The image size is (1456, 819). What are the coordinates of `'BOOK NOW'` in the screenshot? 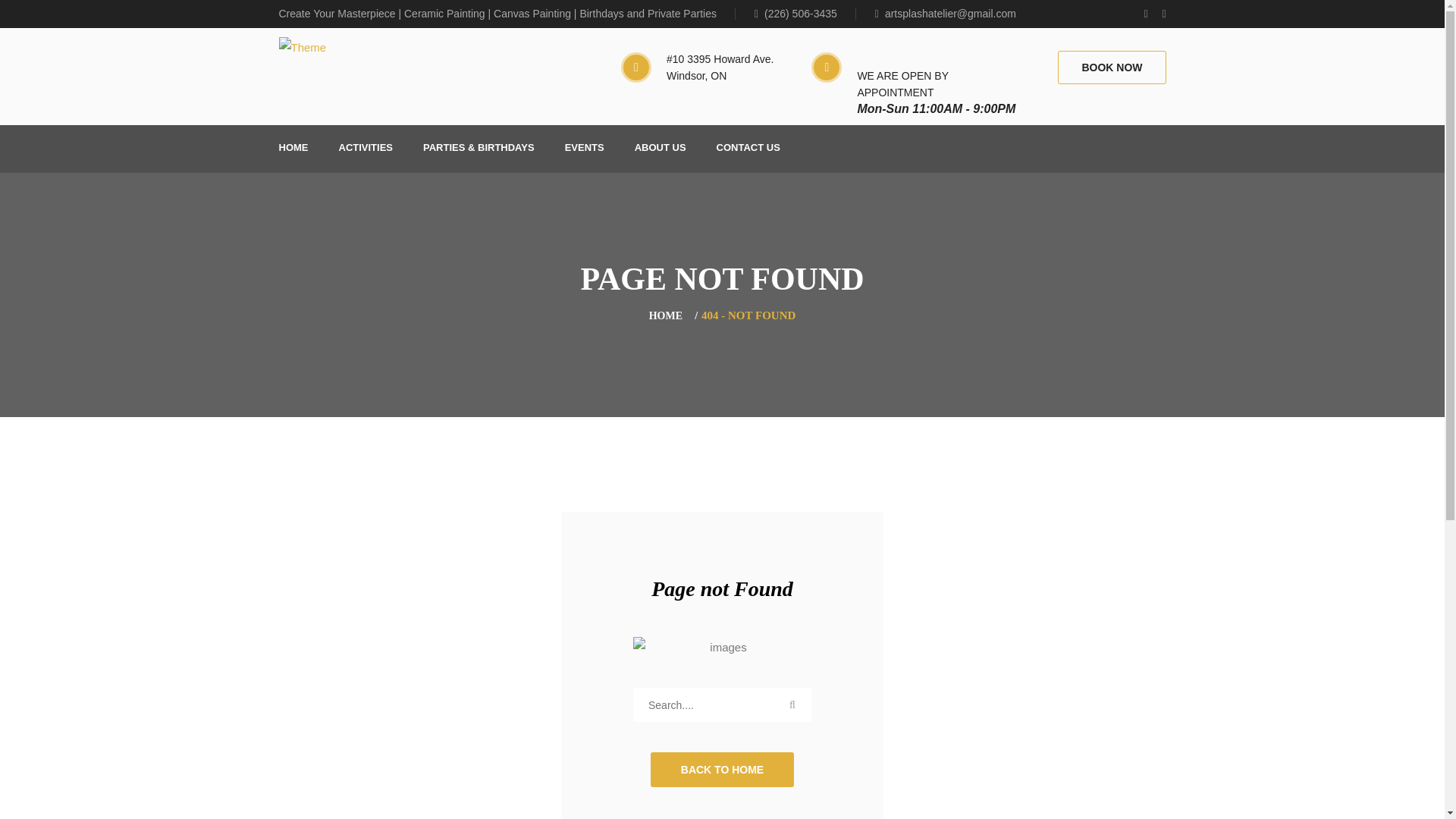 It's located at (1111, 66).